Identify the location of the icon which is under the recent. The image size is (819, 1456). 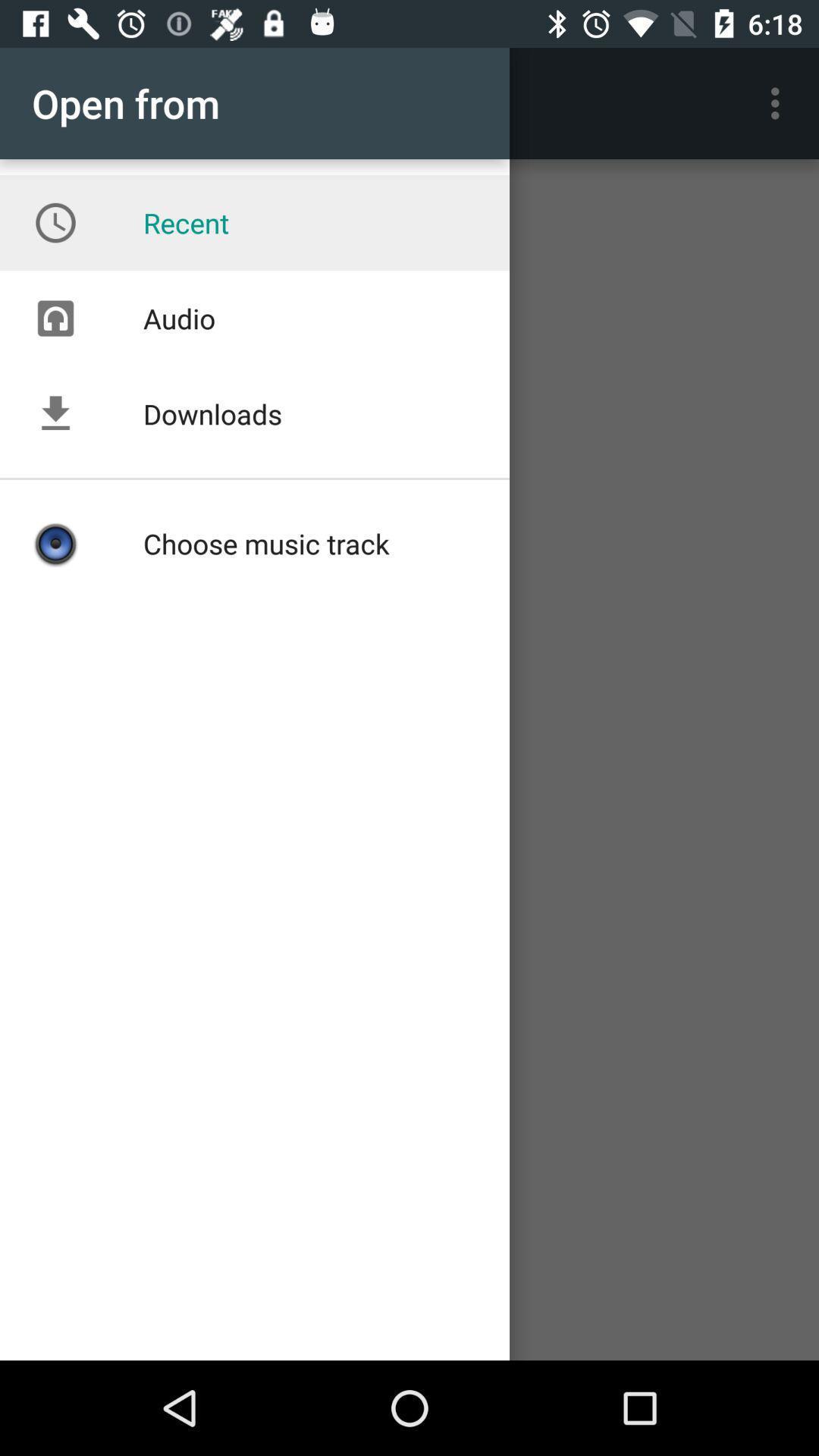
(55, 318).